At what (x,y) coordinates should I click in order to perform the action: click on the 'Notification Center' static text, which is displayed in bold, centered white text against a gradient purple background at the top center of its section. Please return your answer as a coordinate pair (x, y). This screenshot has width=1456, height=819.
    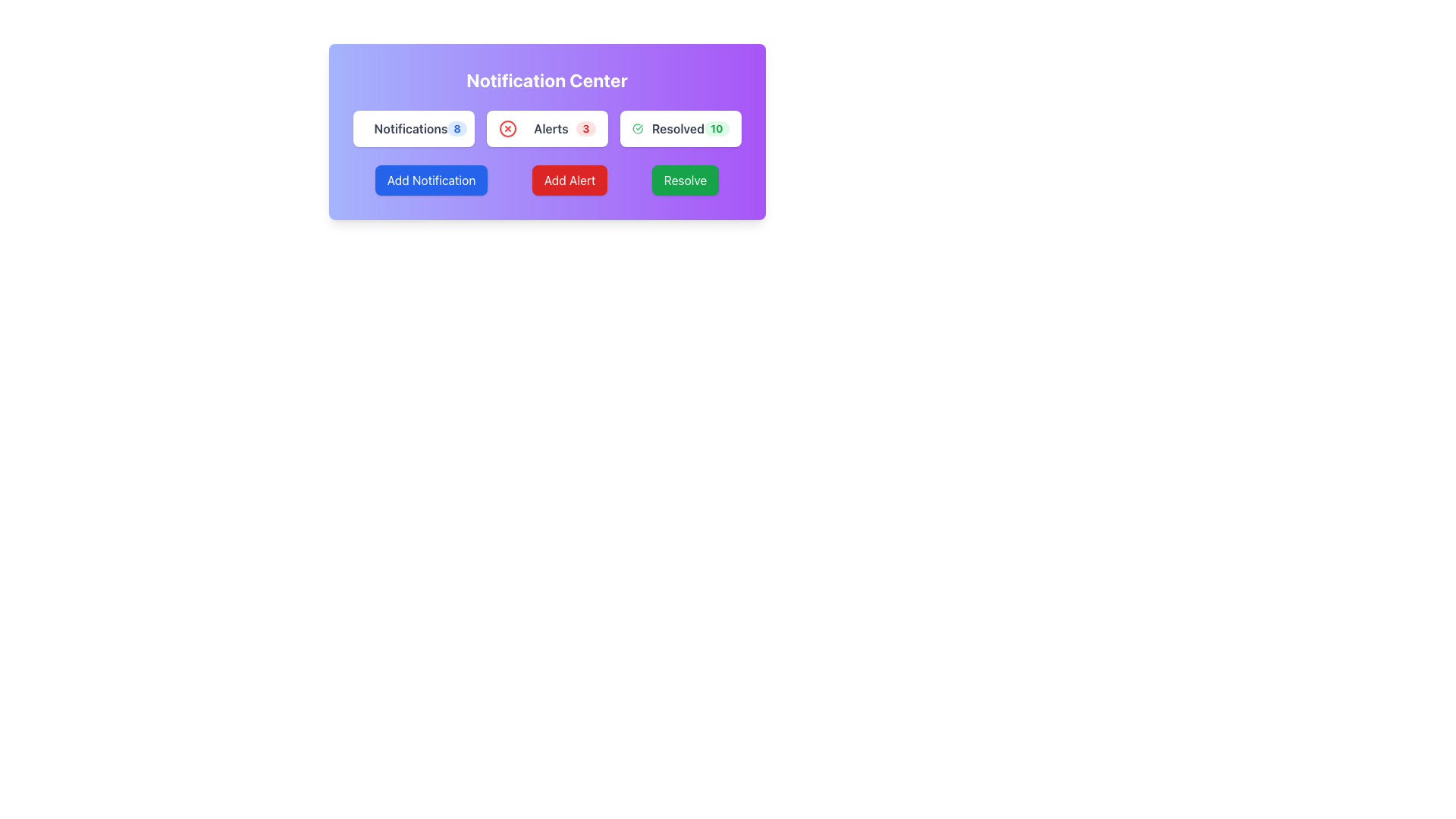
    Looking at the image, I should click on (546, 80).